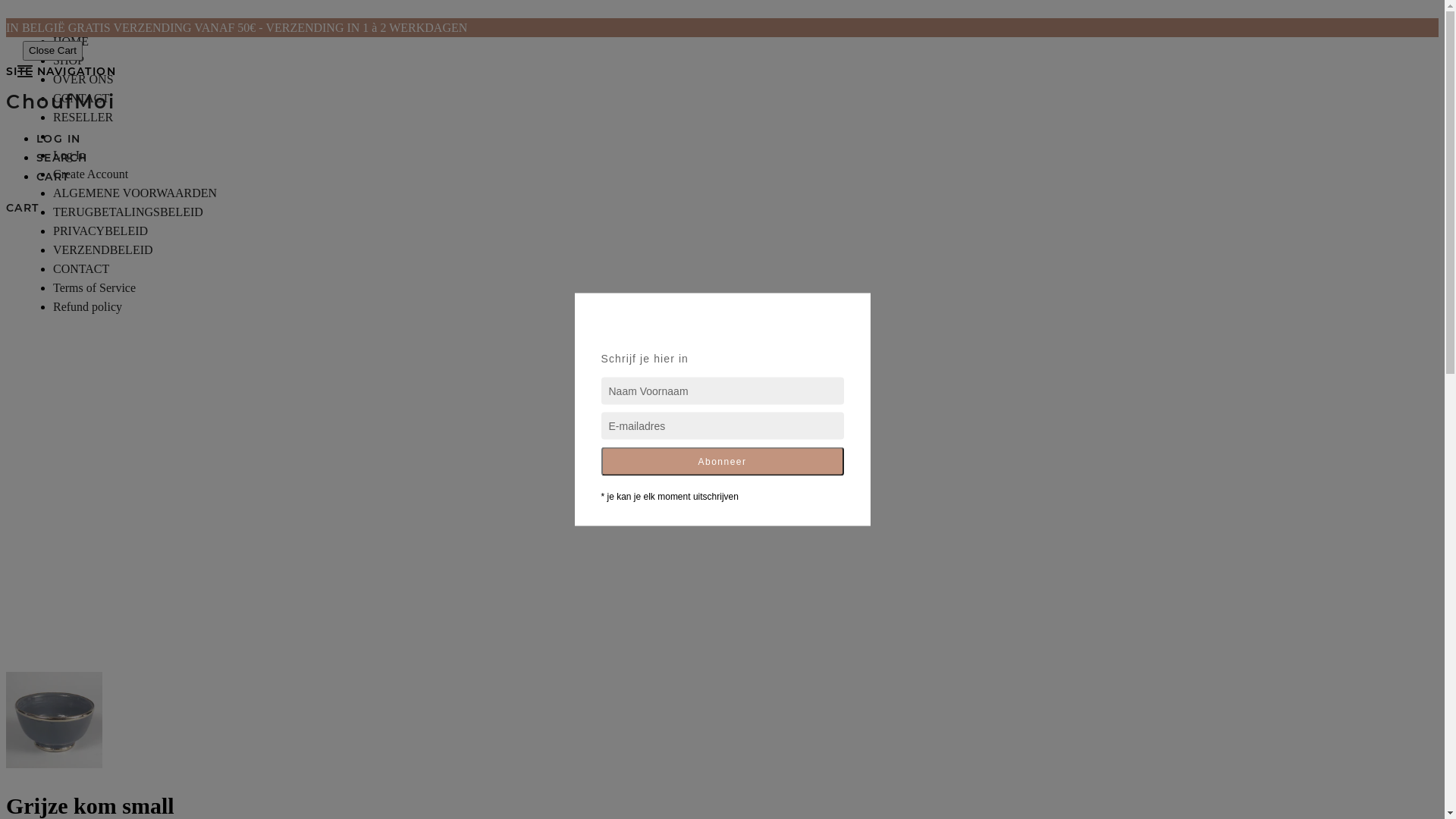  What do you see at coordinates (127, 212) in the screenshot?
I see `'TERUGBETALINGSBELEID'` at bounding box center [127, 212].